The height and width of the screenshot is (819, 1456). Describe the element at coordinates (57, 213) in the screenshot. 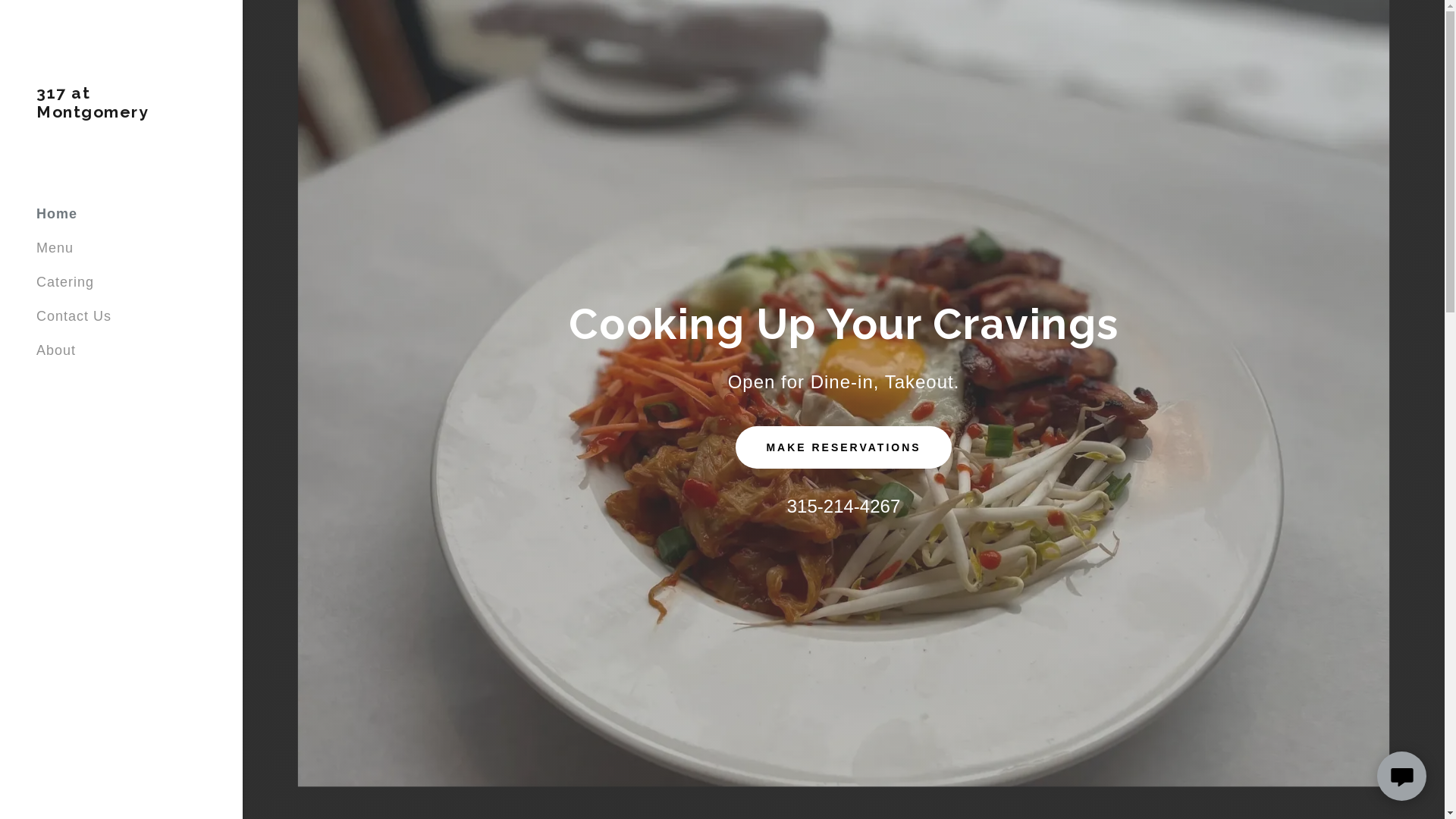

I see `'Home'` at that location.